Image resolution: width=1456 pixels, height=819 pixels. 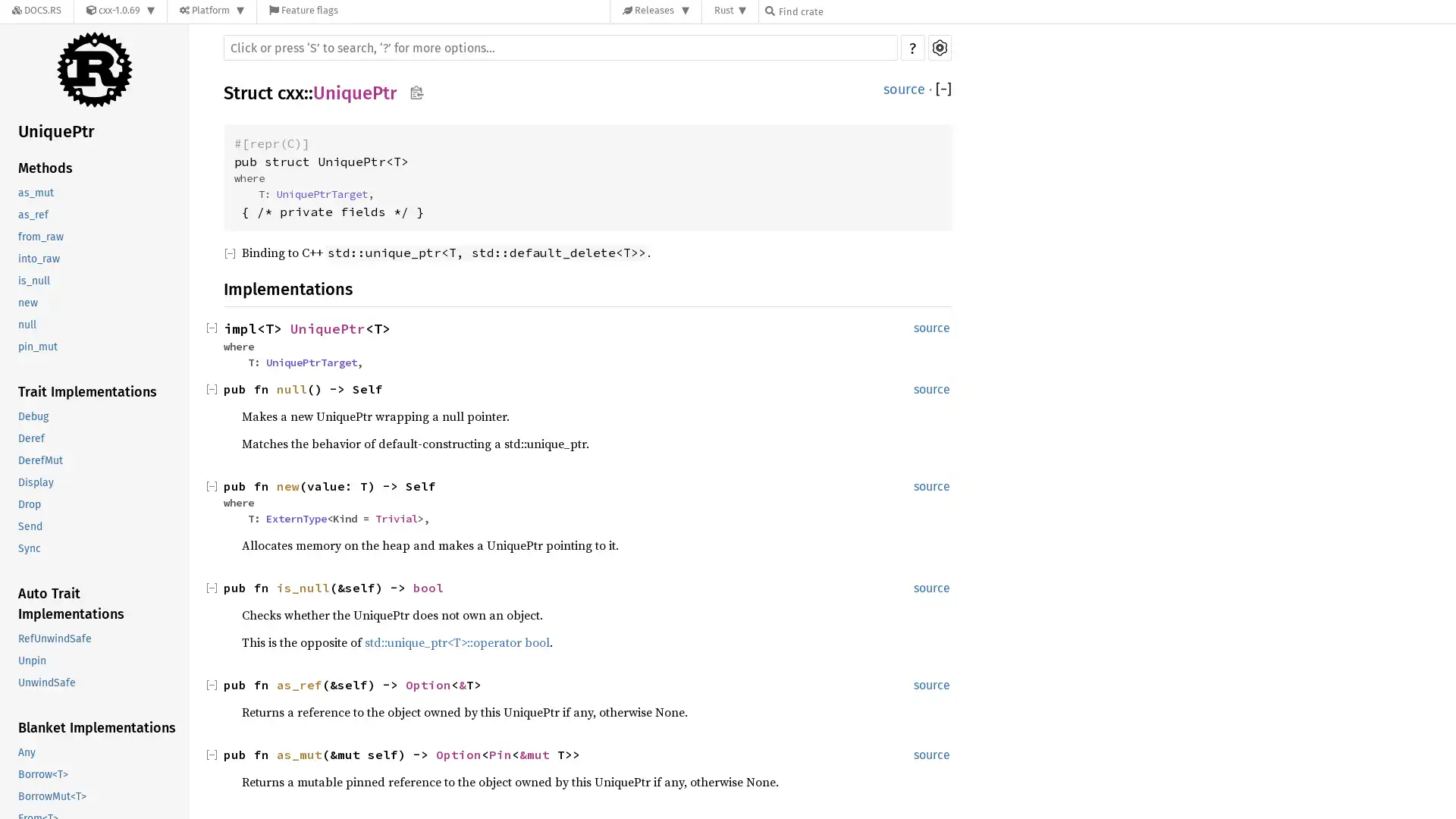 What do you see at coordinates (912, 46) in the screenshot?
I see `?` at bounding box center [912, 46].